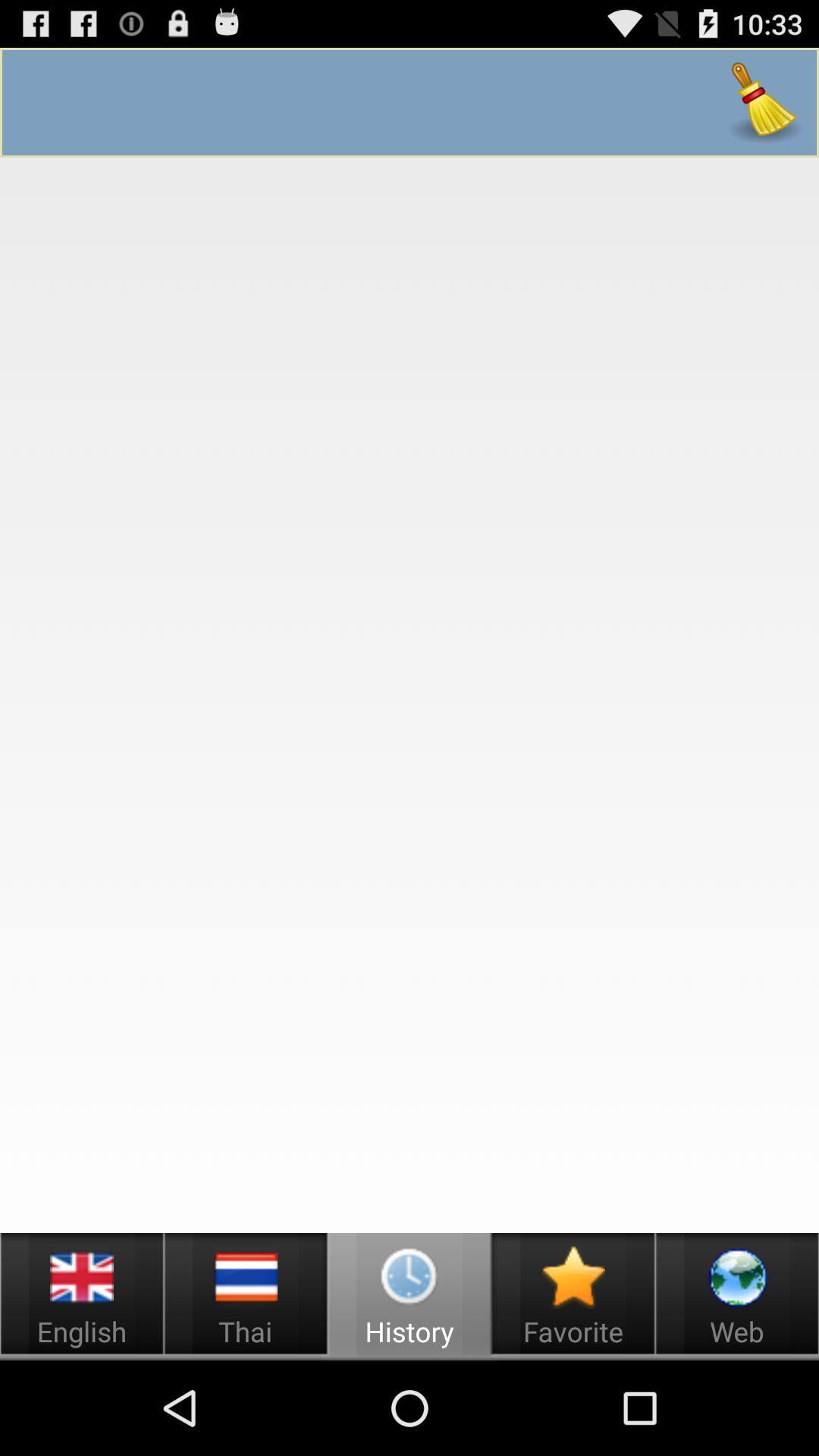 The width and height of the screenshot is (819, 1456). I want to click on icon at the top right corner, so click(765, 102).